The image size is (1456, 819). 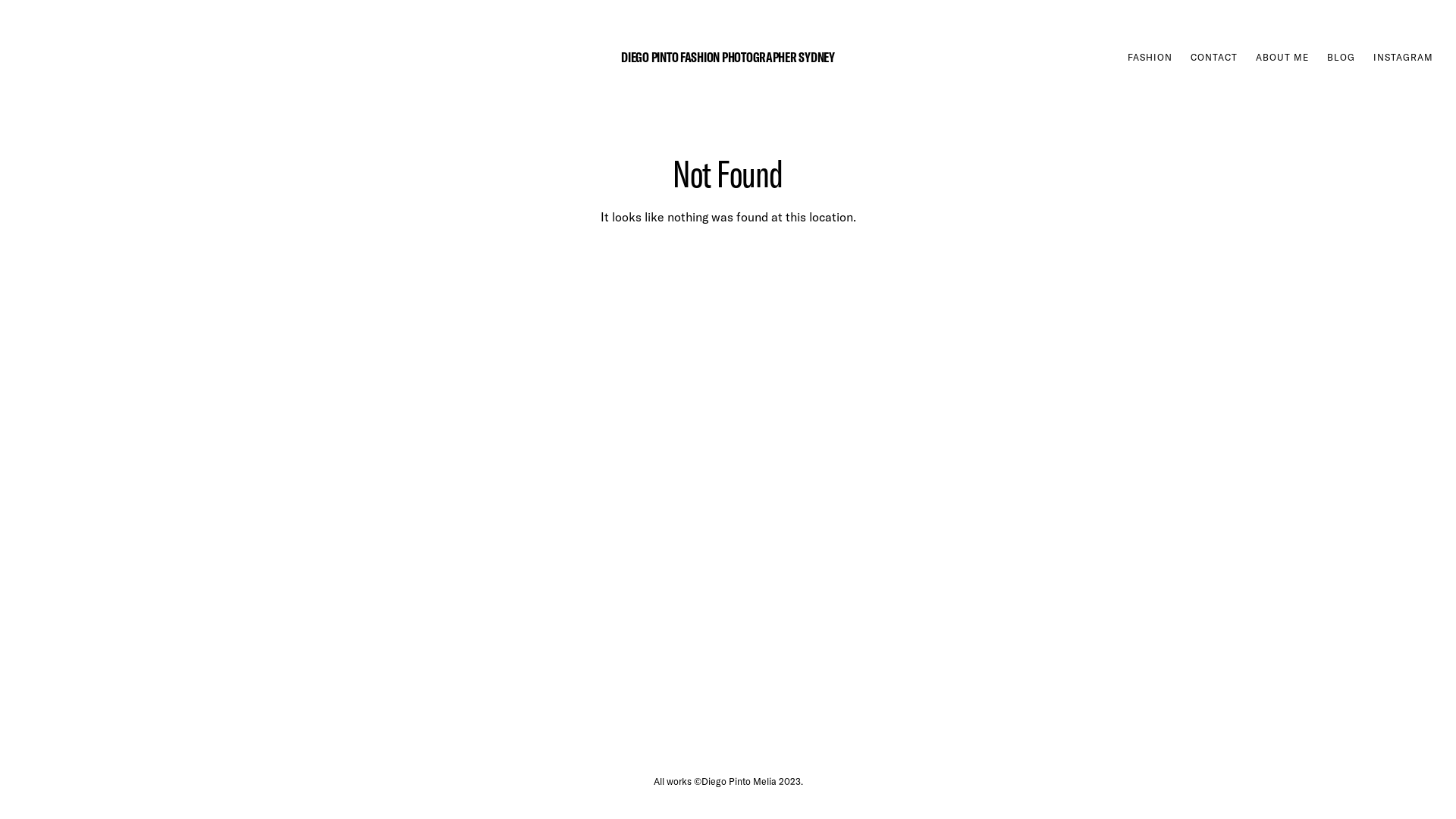 What do you see at coordinates (1150, 56) in the screenshot?
I see `'FASHION'` at bounding box center [1150, 56].